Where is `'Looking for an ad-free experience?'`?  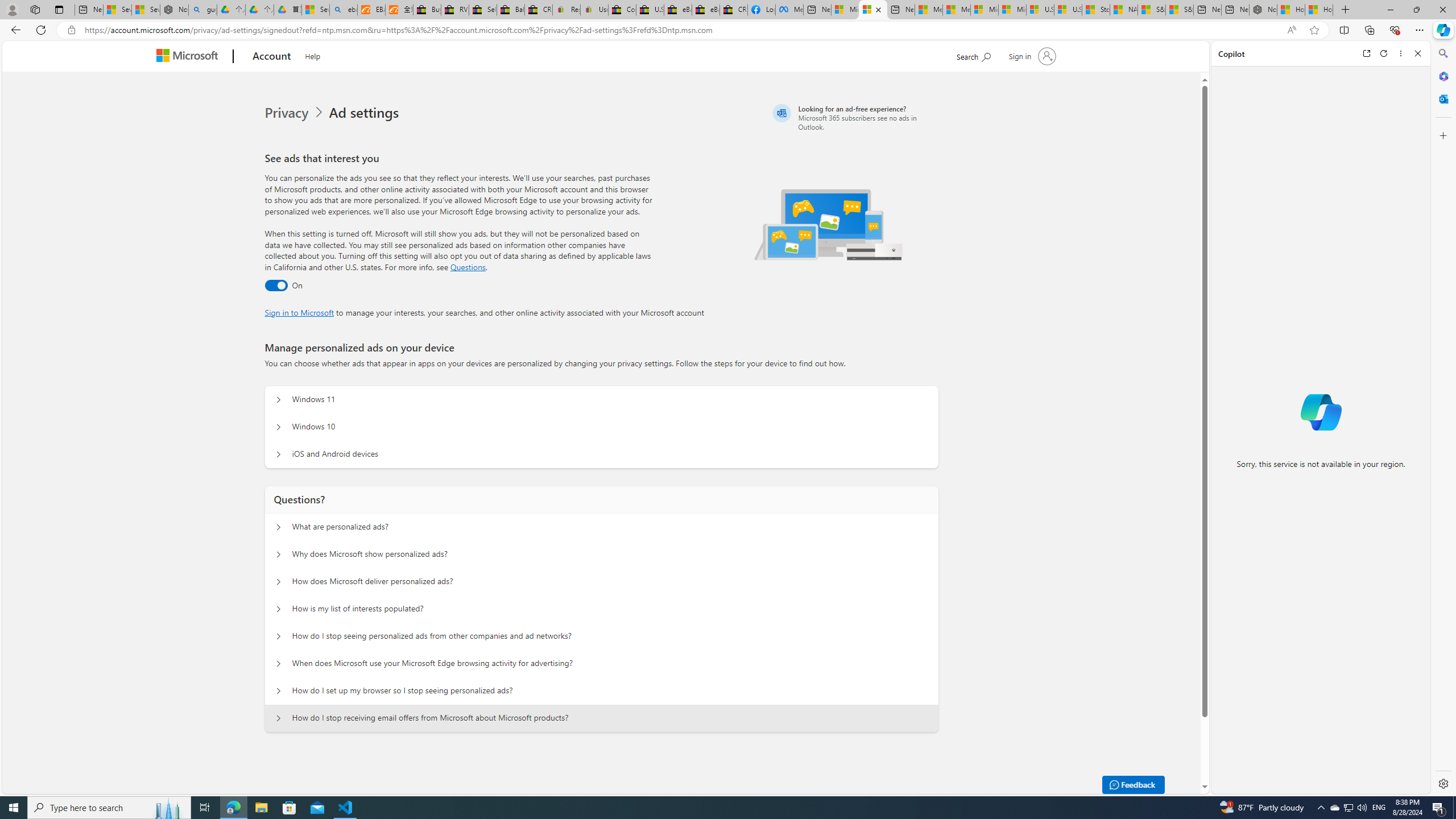 'Looking for an ad-free experience?' is located at coordinates (854, 117).